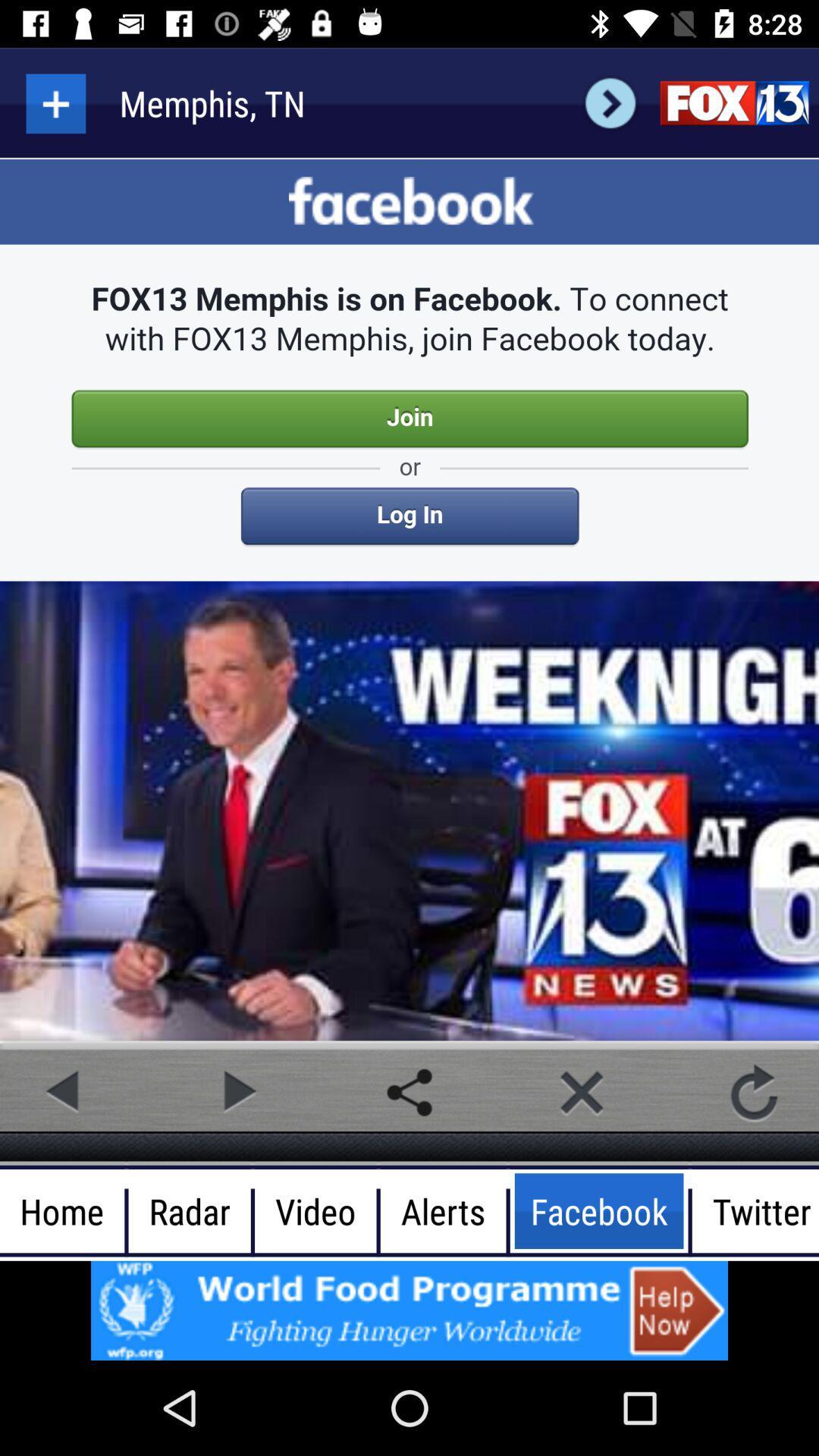 The width and height of the screenshot is (819, 1456). Describe the element at coordinates (237, 1092) in the screenshot. I see `next` at that location.